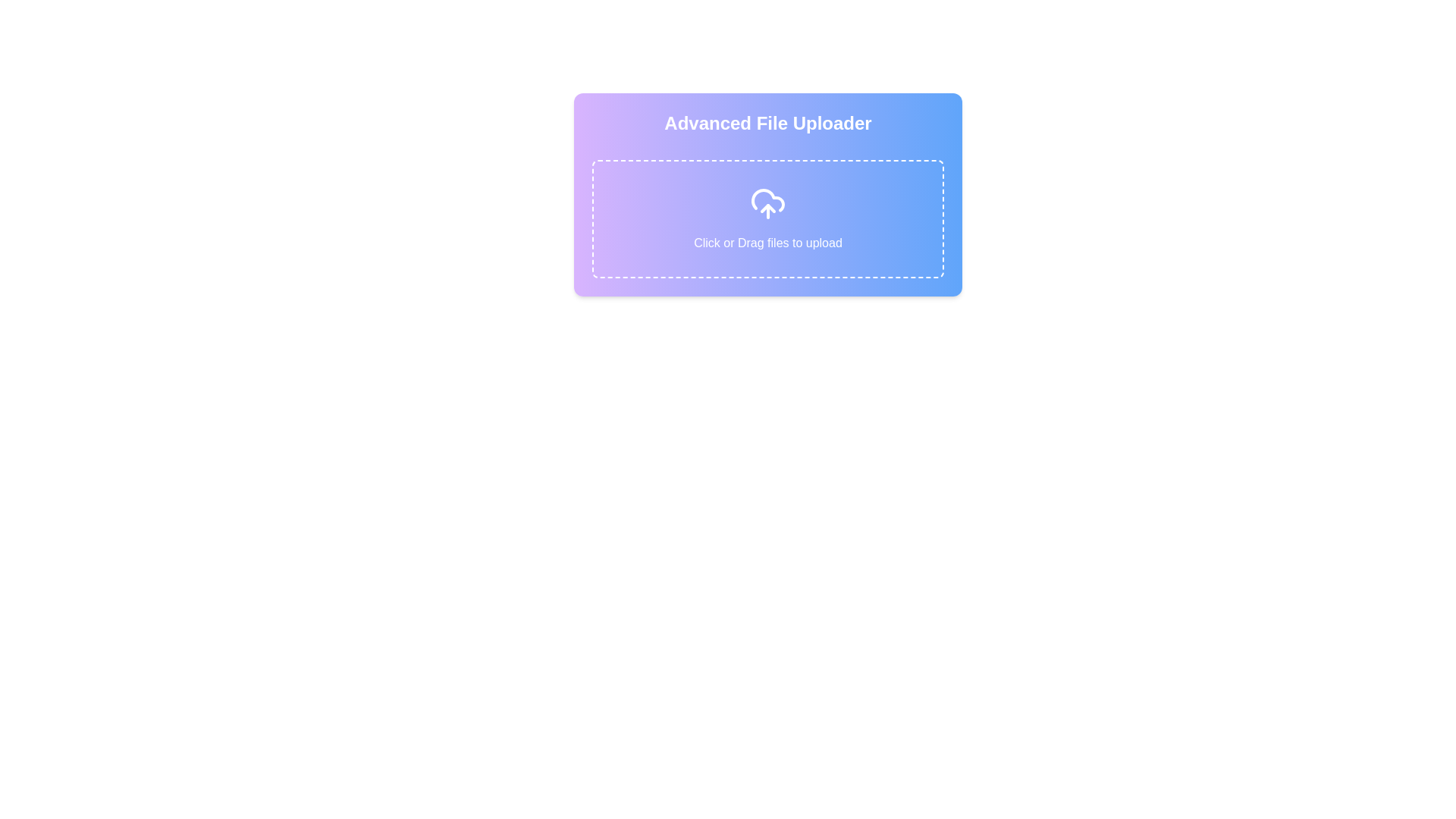 This screenshot has width=1456, height=819. What do you see at coordinates (767, 194) in the screenshot?
I see `files onto the stylized upload interface with a dashed rectangular area and an upload icon` at bounding box center [767, 194].